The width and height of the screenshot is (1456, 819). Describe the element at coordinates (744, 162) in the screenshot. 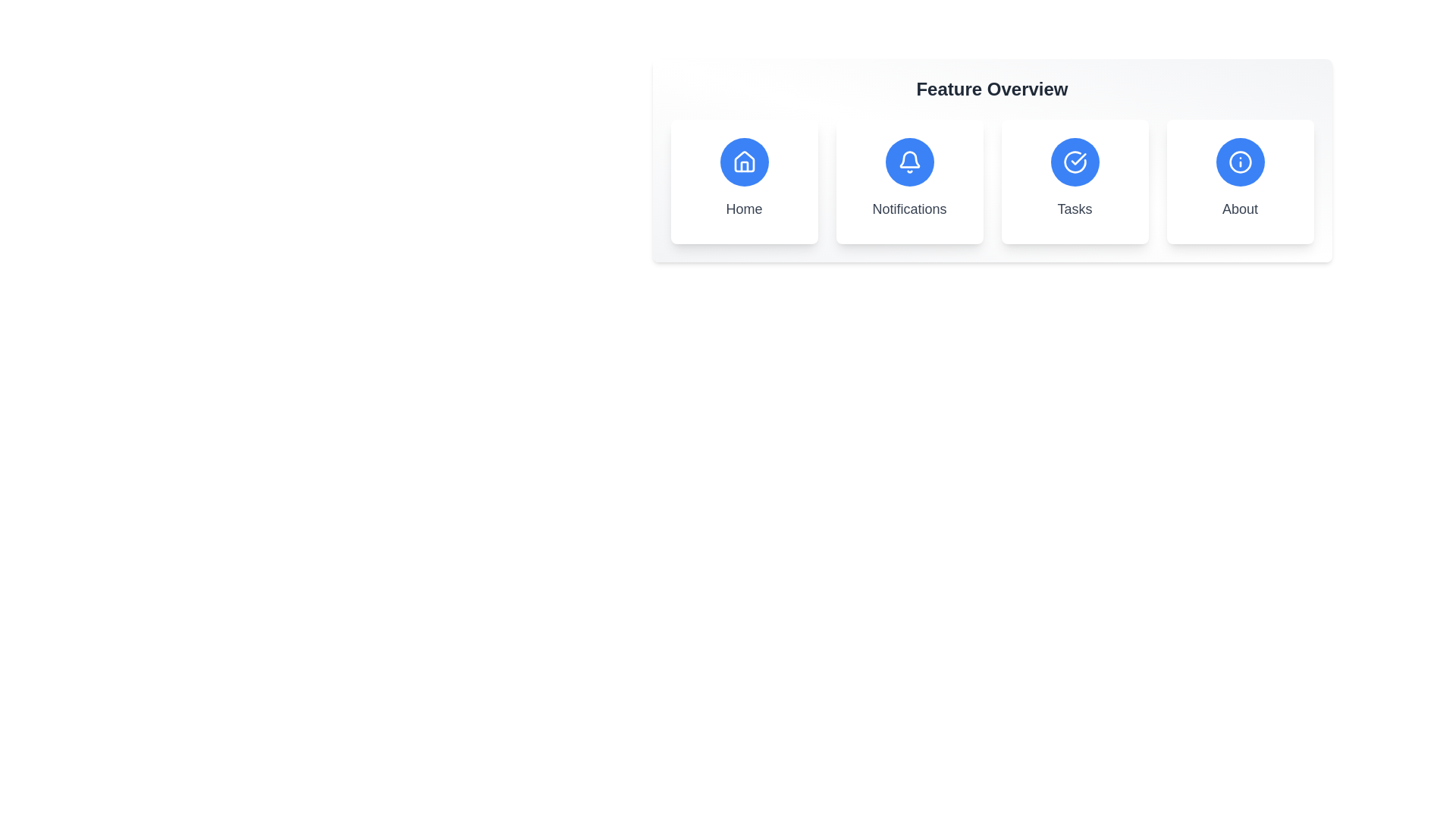

I see `the 'Home' icon button, which is a minimalistic outline house icon on a blue circular background, located in the first position of a horizontal menu layout` at that location.